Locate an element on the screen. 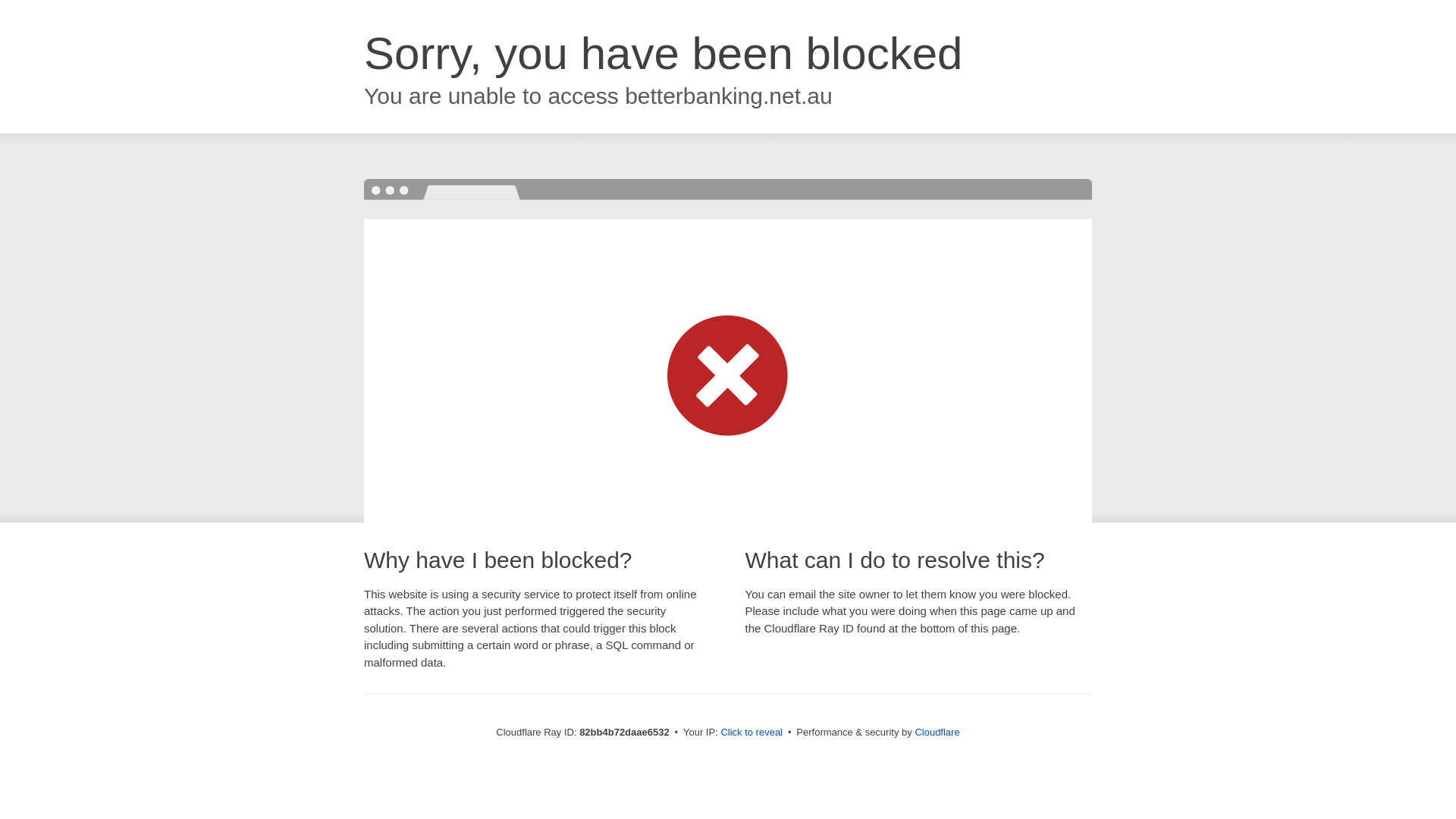  'Cloudflare' is located at coordinates (936, 731).